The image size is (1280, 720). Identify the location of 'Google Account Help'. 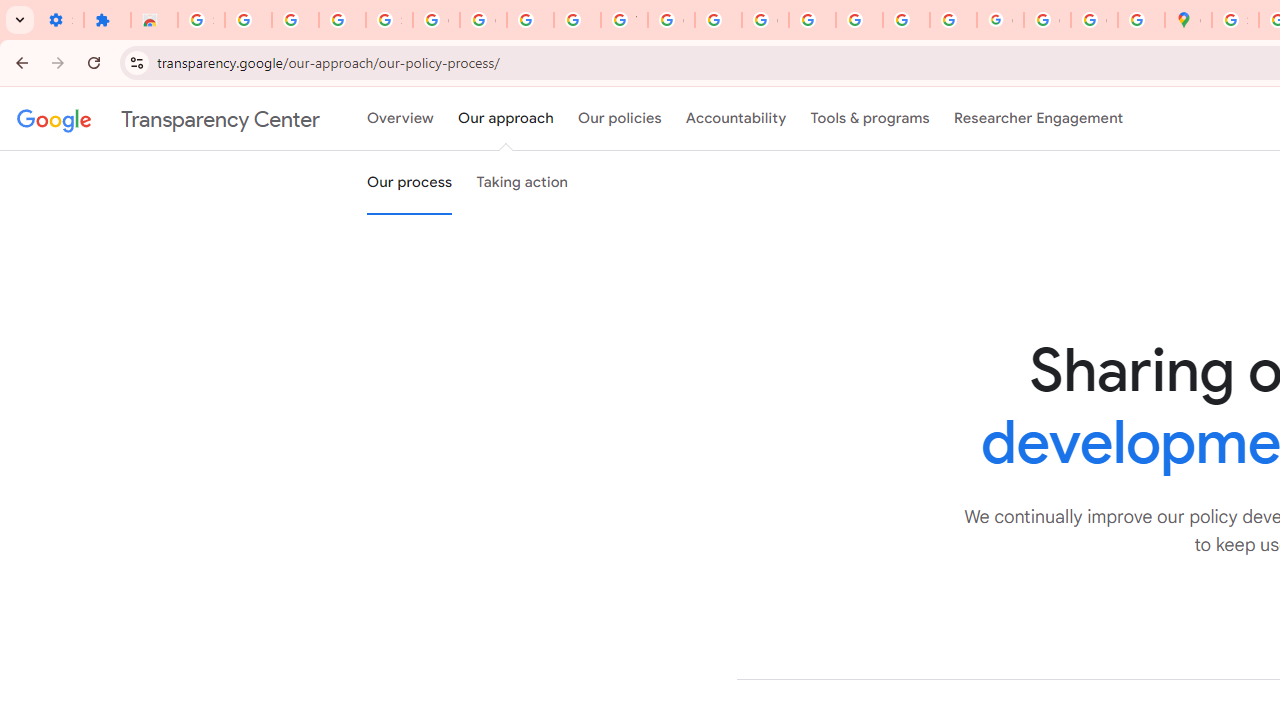
(435, 20).